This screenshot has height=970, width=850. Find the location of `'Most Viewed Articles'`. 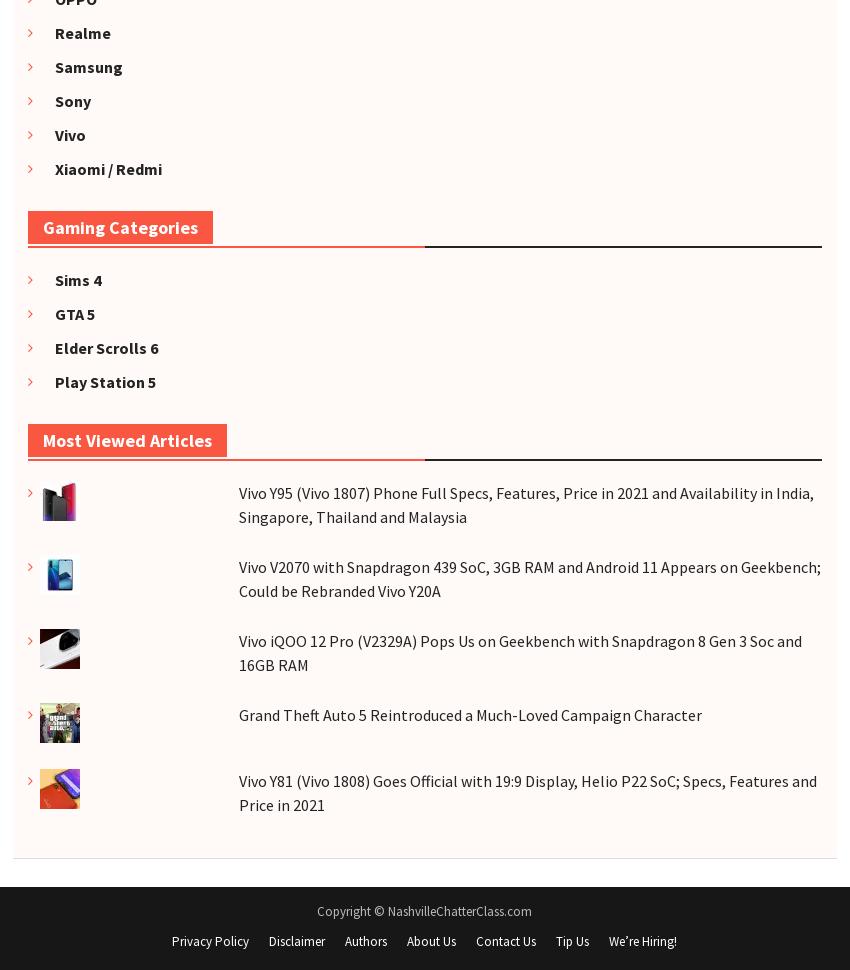

'Most Viewed Articles' is located at coordinates (125, 438).